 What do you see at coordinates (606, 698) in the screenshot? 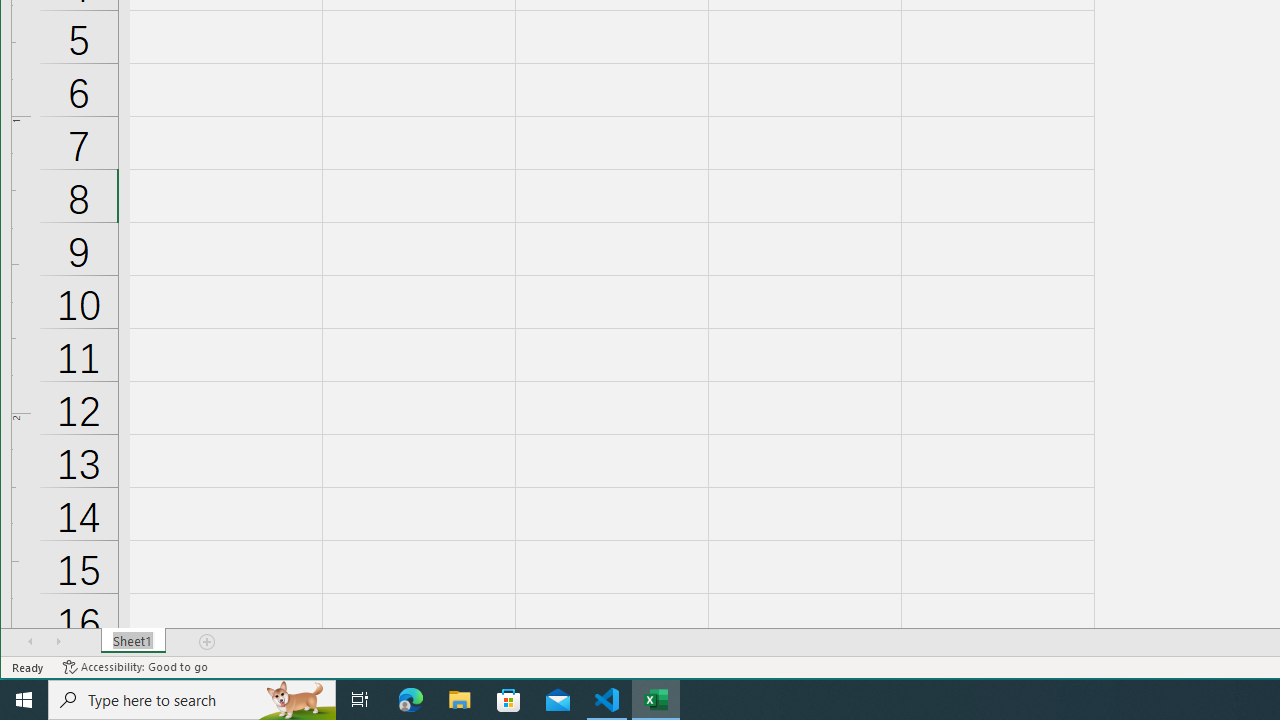
I see `'Visual Studio Code - 1 running window'` at bounding box center [606, 698].